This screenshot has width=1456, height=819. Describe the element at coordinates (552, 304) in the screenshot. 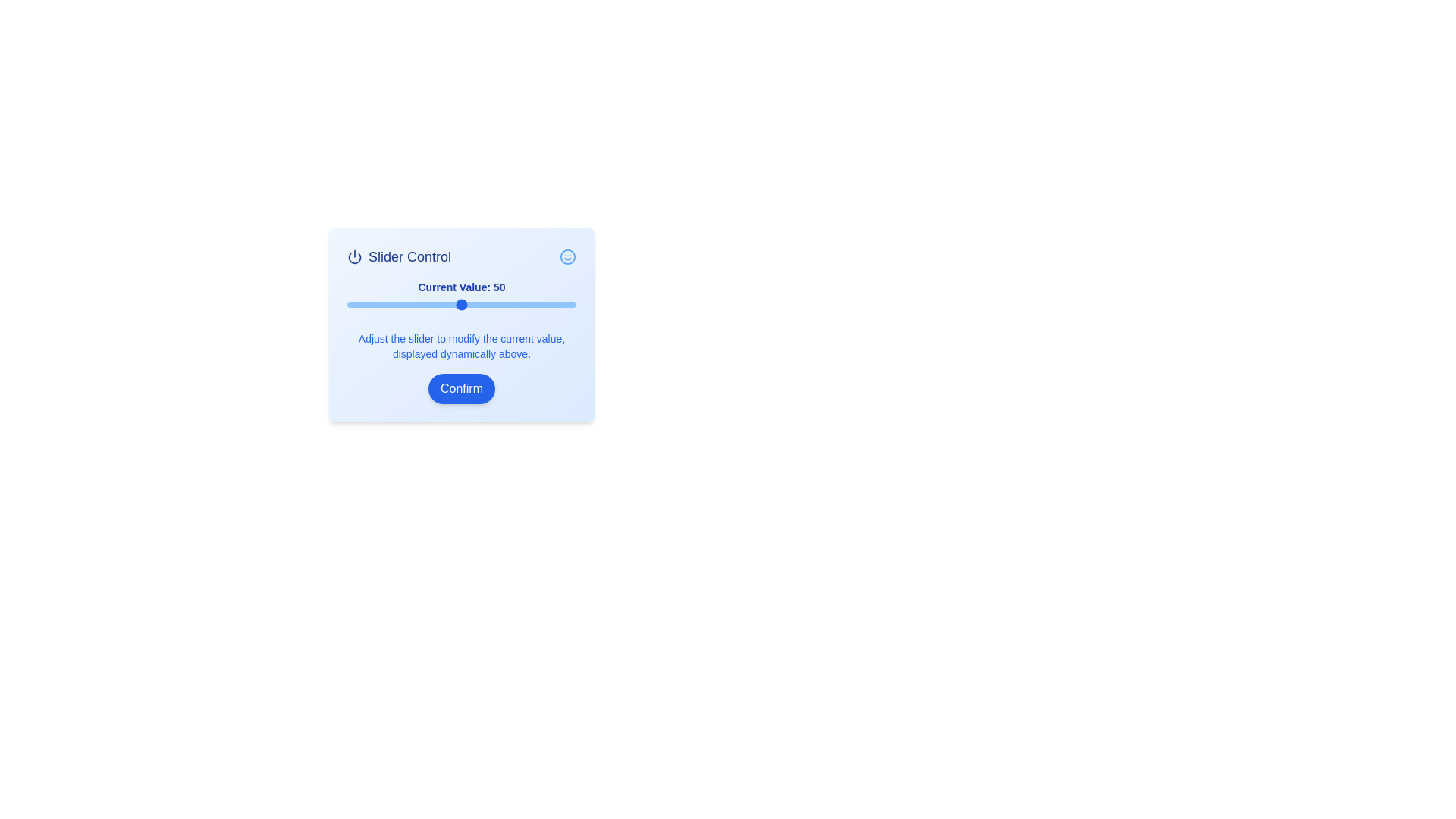

I see `the slider value` at that location.